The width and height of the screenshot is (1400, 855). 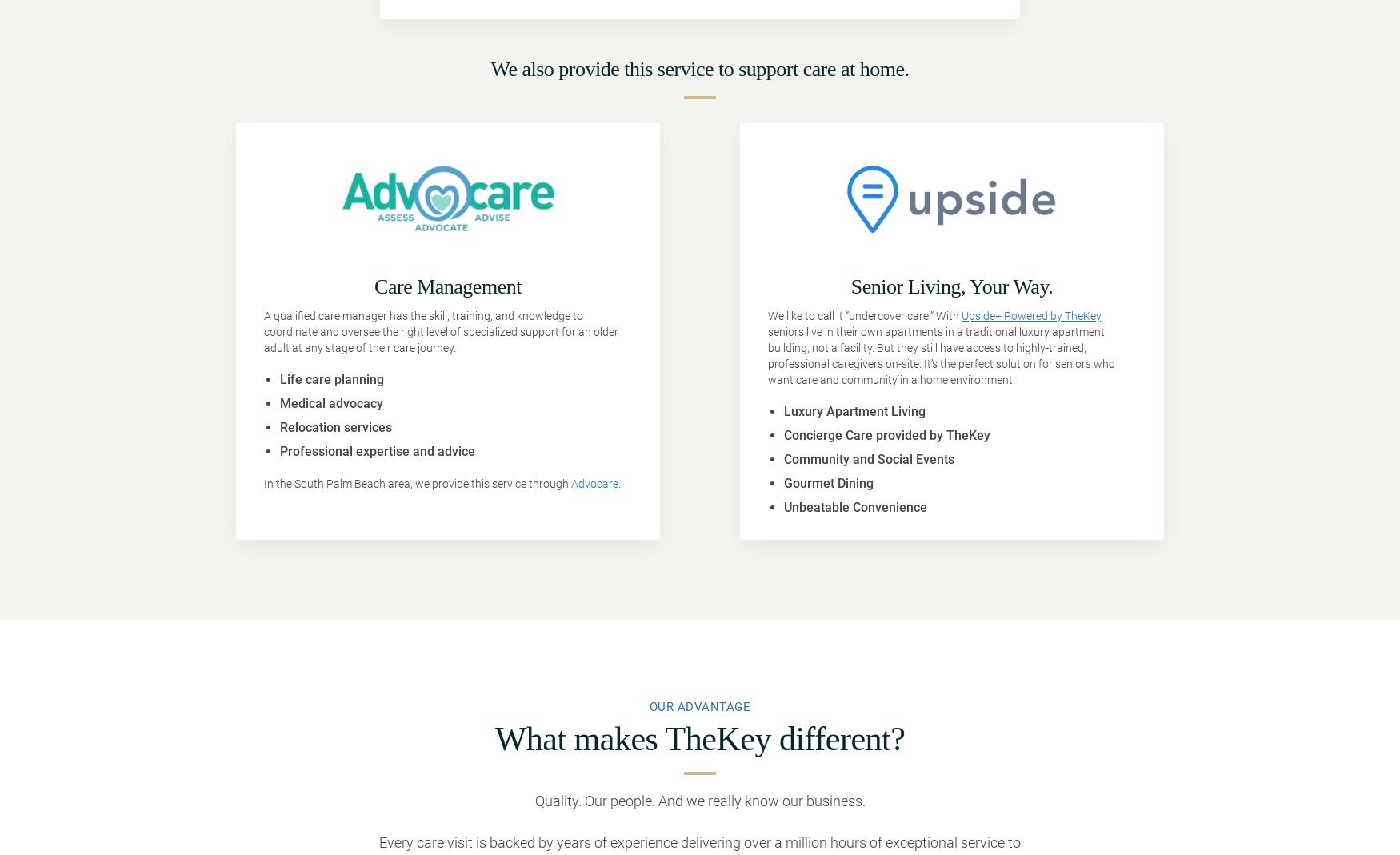 I want to click on 'We also provide this service to support care at home.', so click(x=699, y=68).